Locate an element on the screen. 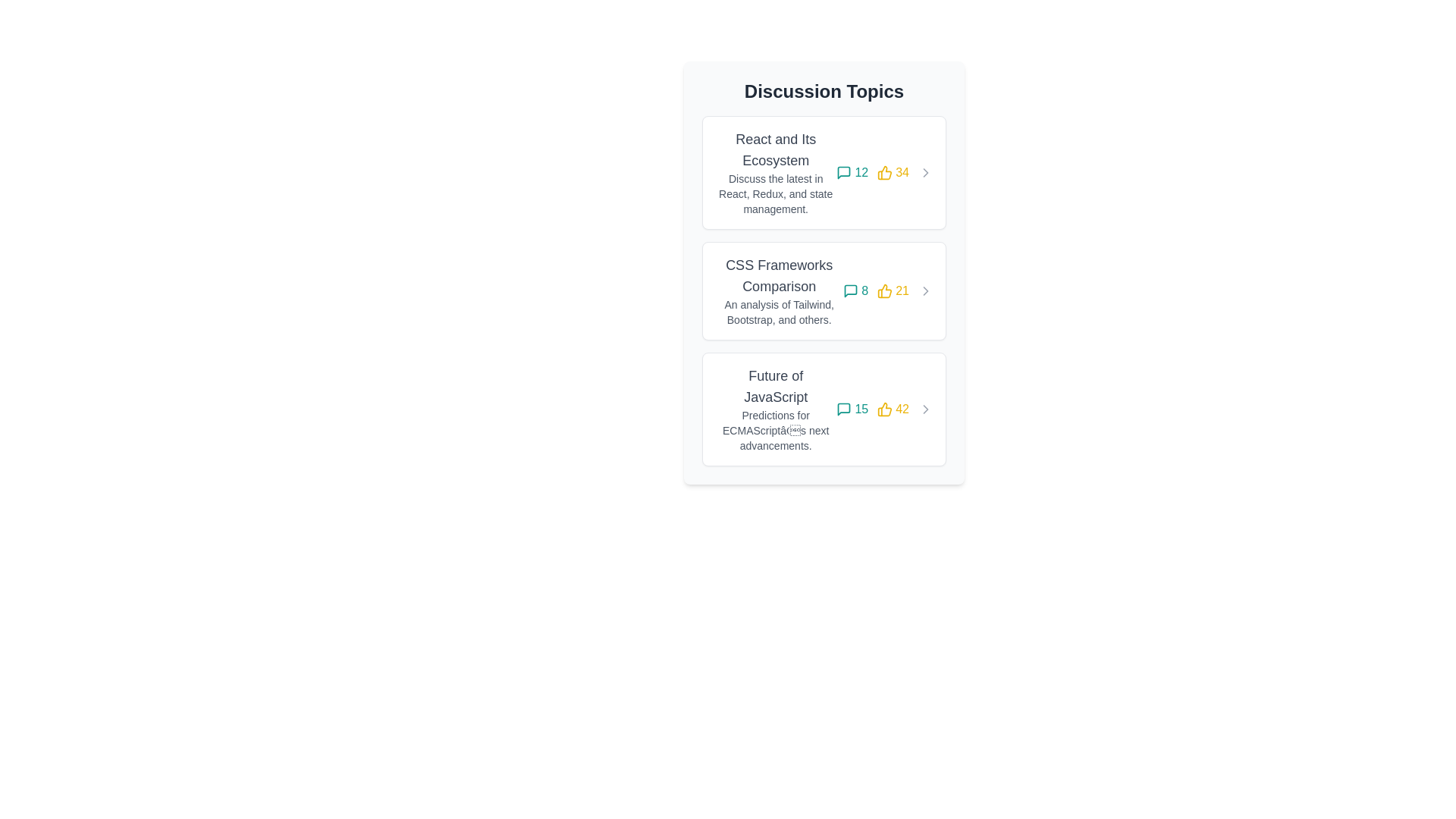  the static informational display showing the number of comments related to the discussion topic 'React and Its Ecosystem', positioned in the uppermost discussion card under 'Discussion Topics' is located at coordinates (852, 171).